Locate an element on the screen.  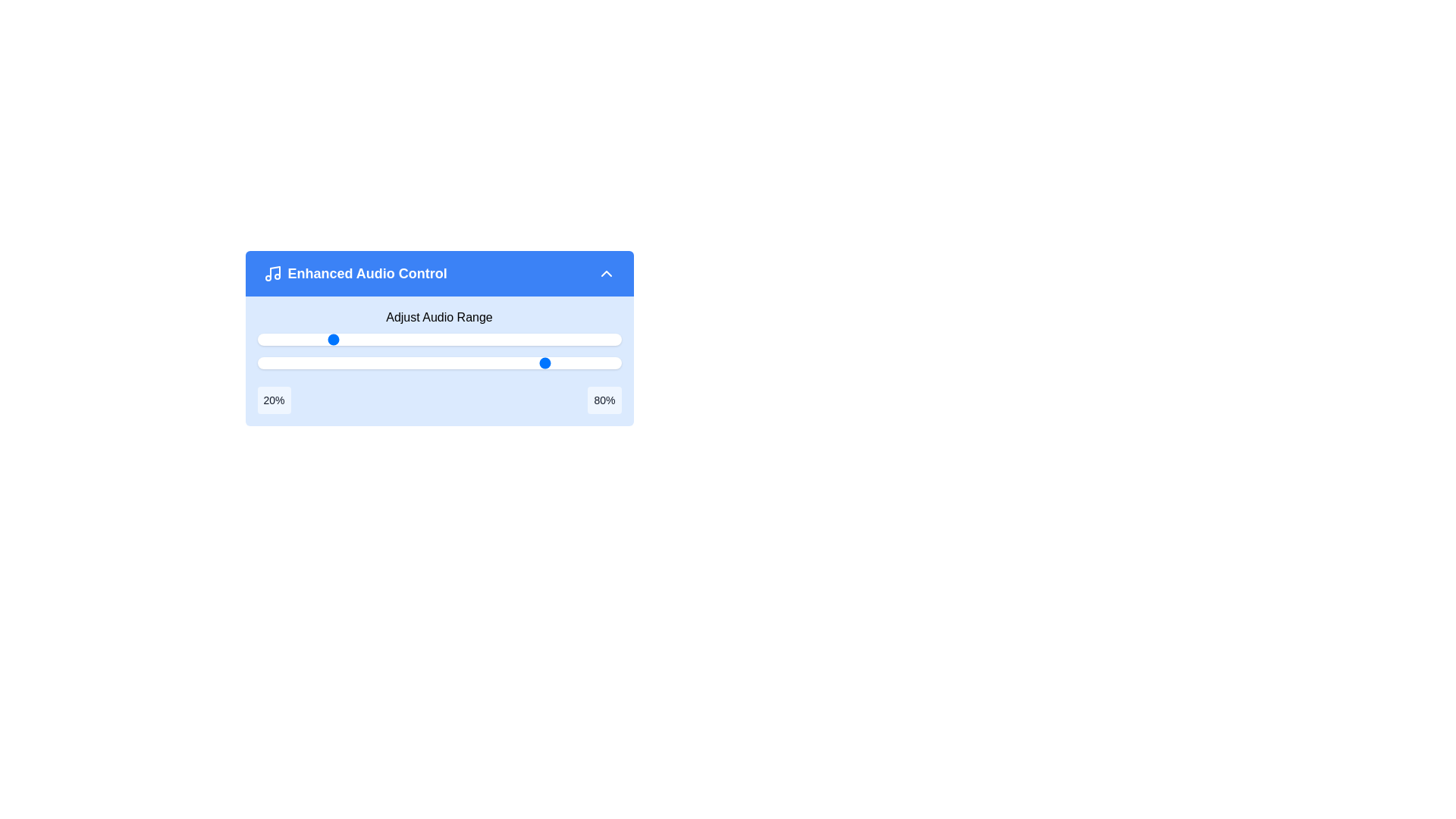
the central text label indicating audio enhancements, which is located to the right of a musical note icon is located at coordinates (367, 274).